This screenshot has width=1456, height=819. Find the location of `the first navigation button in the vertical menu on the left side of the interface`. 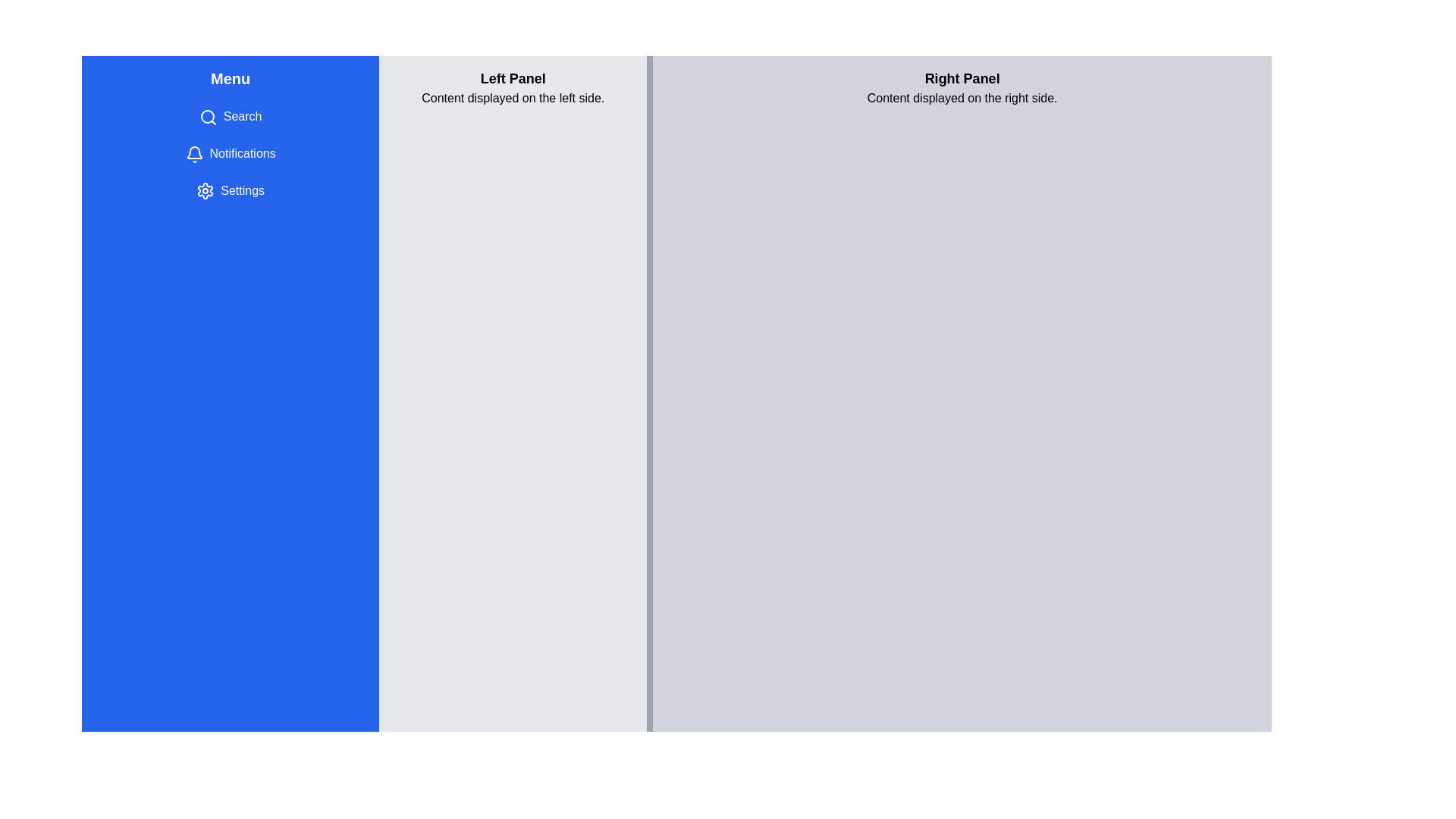

the first navigation button in the vertical menu on the left side of the interface is located at coordinates (230, 116).